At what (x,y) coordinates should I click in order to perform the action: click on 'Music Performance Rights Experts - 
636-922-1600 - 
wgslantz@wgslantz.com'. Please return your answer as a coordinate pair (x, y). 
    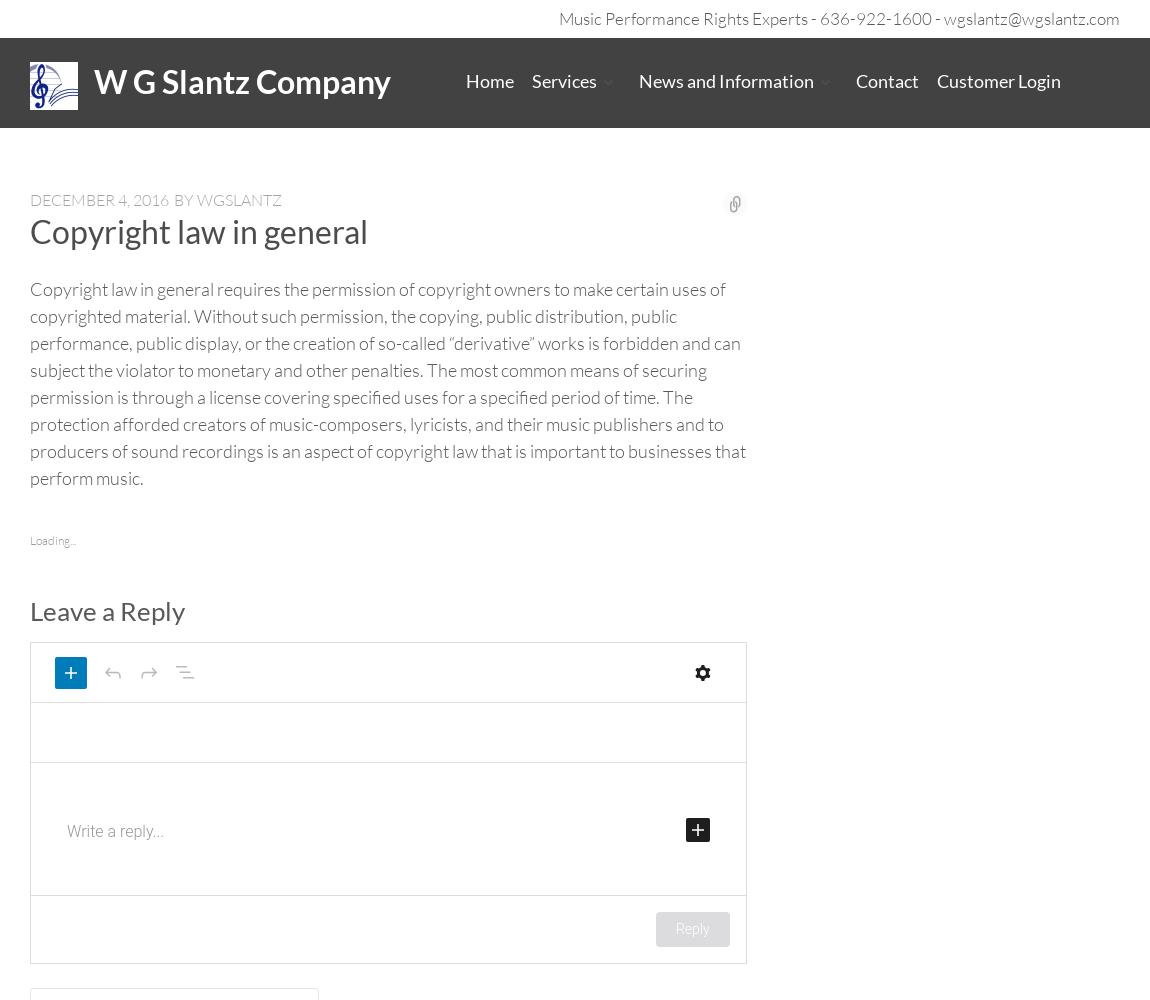
    Looking at the image, I should click on (838, 18).